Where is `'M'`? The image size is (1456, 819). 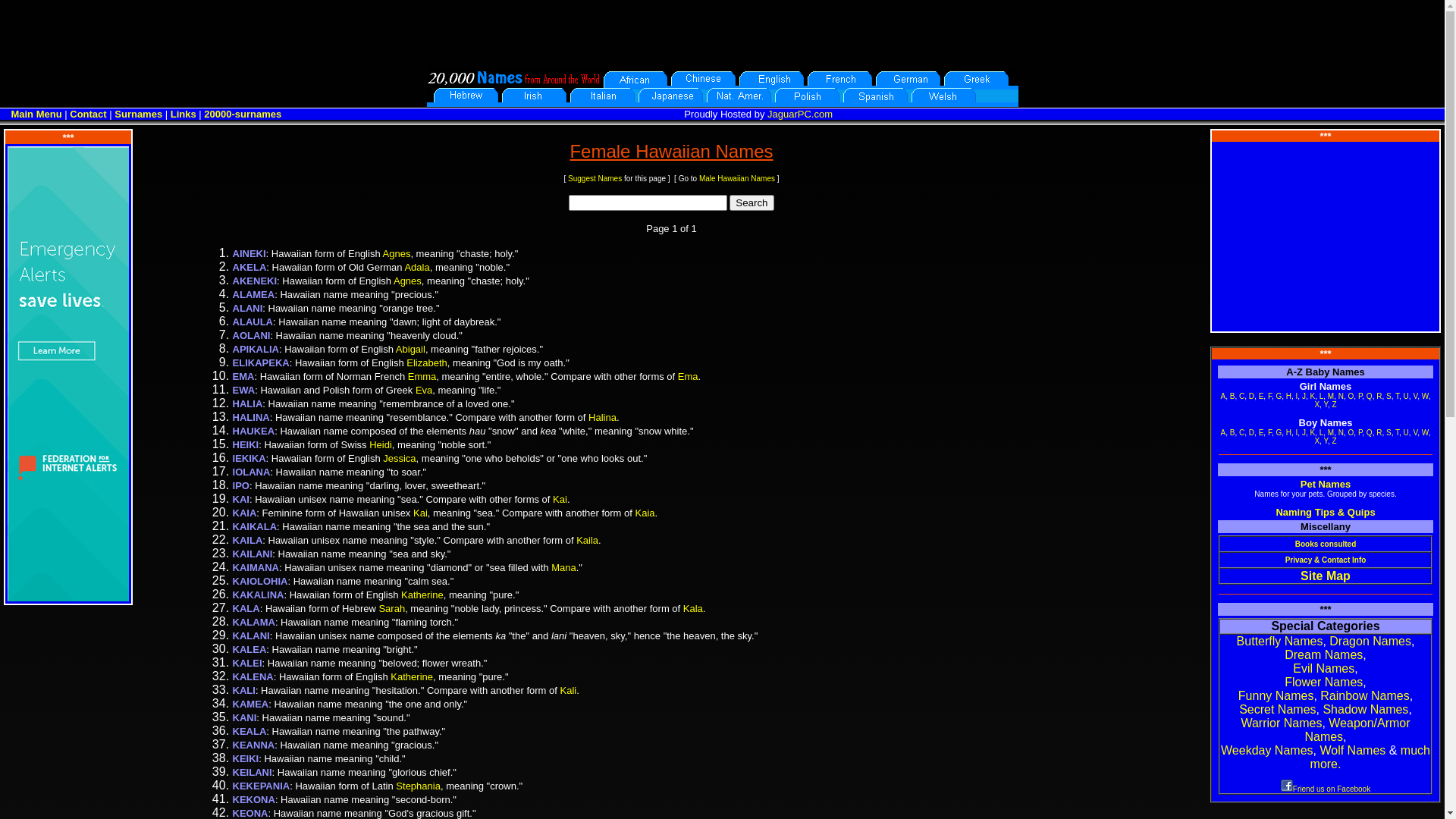 'M' is located at coordinates (1330, 432).